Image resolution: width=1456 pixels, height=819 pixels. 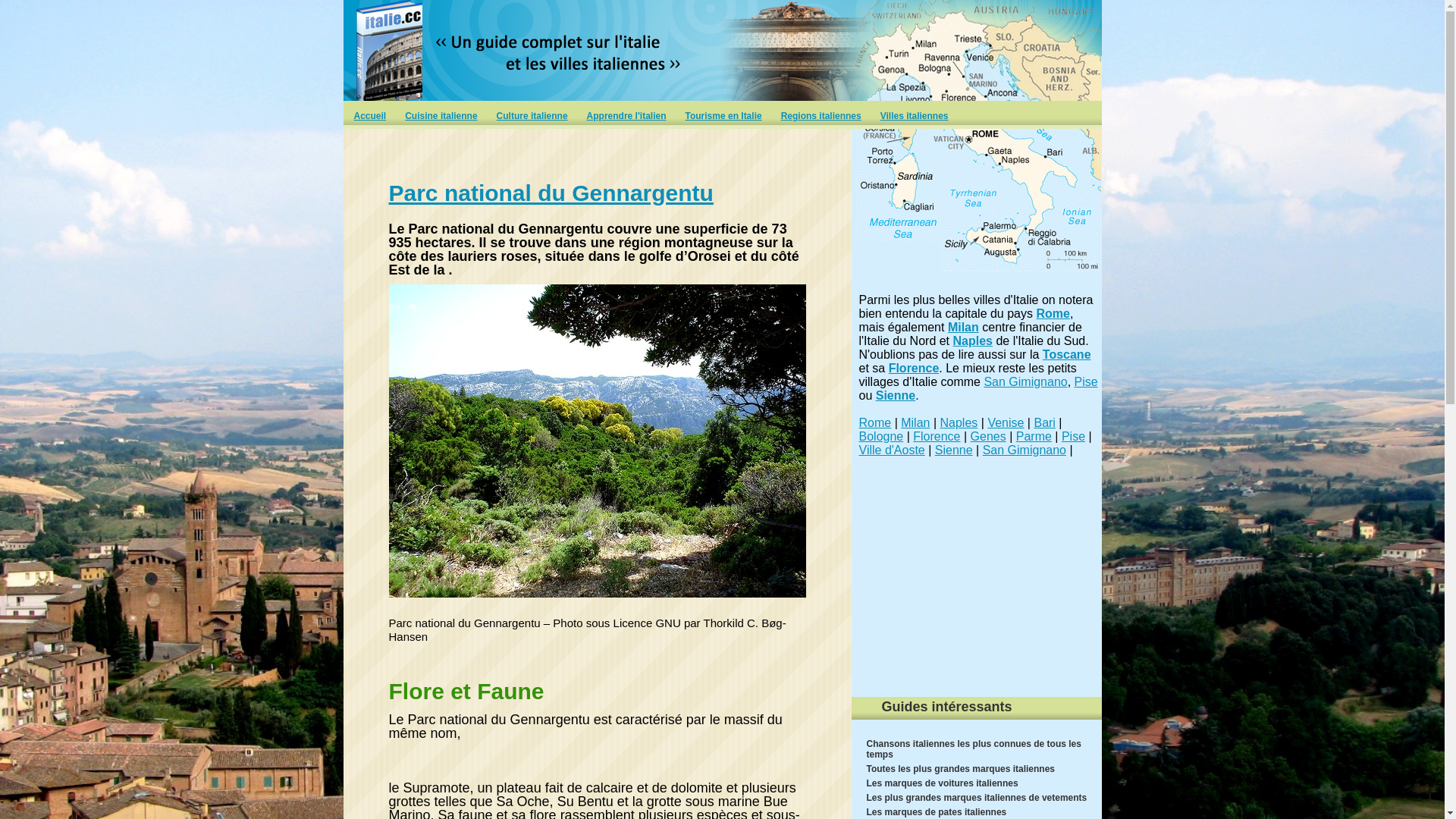 What do you see at coordinates (1041, 354) in the screenshot?
I see `'Toscane'` at bounding box center [1041, 354].